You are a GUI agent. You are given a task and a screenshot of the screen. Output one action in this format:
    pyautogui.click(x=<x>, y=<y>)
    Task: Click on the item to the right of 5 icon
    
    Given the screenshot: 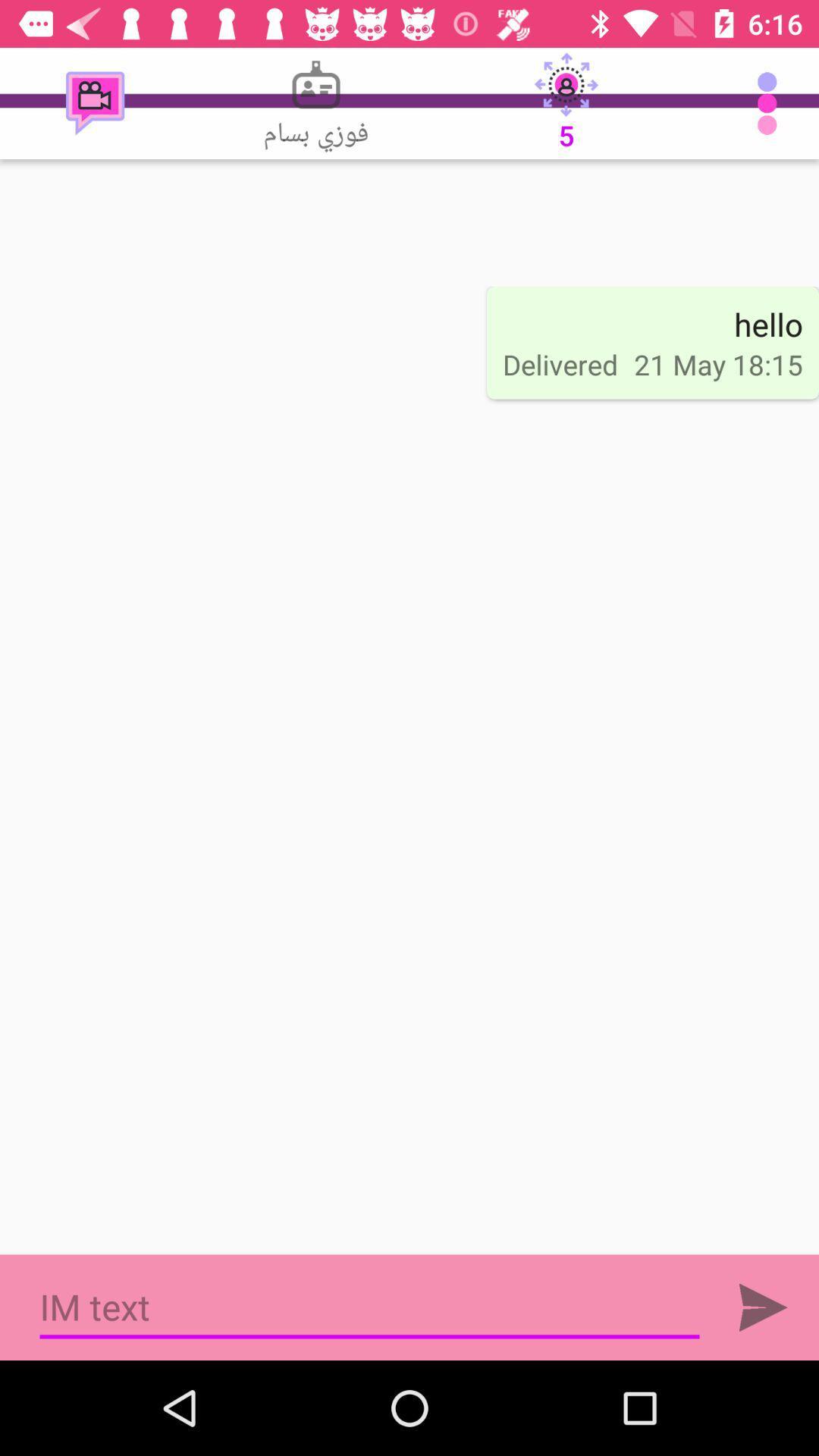 What is the action you would take?
    pyautogui.click(x=771, y=102)
    